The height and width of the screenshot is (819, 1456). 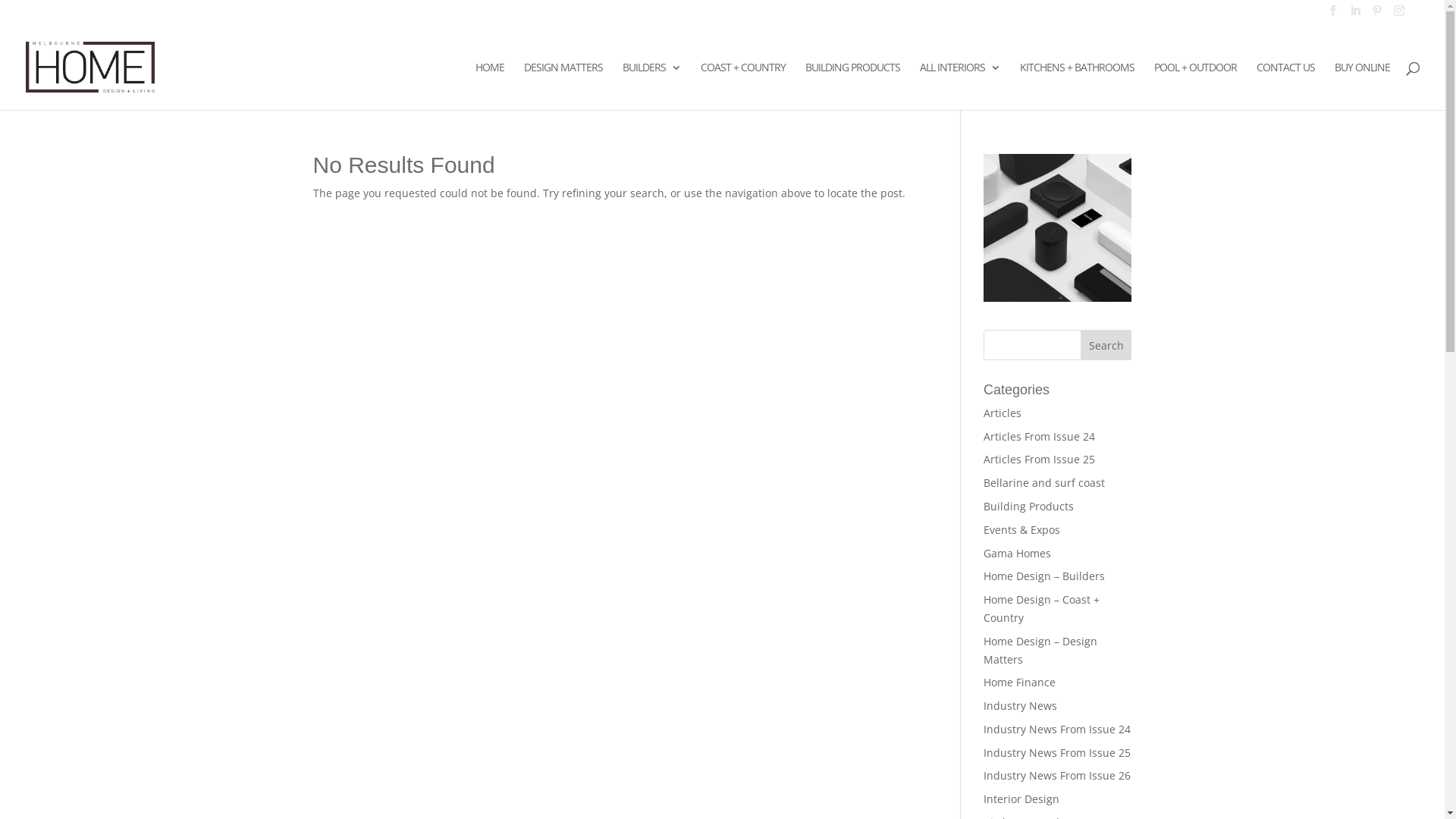 I want to click on 'HOME', so click(x=490, y=86).